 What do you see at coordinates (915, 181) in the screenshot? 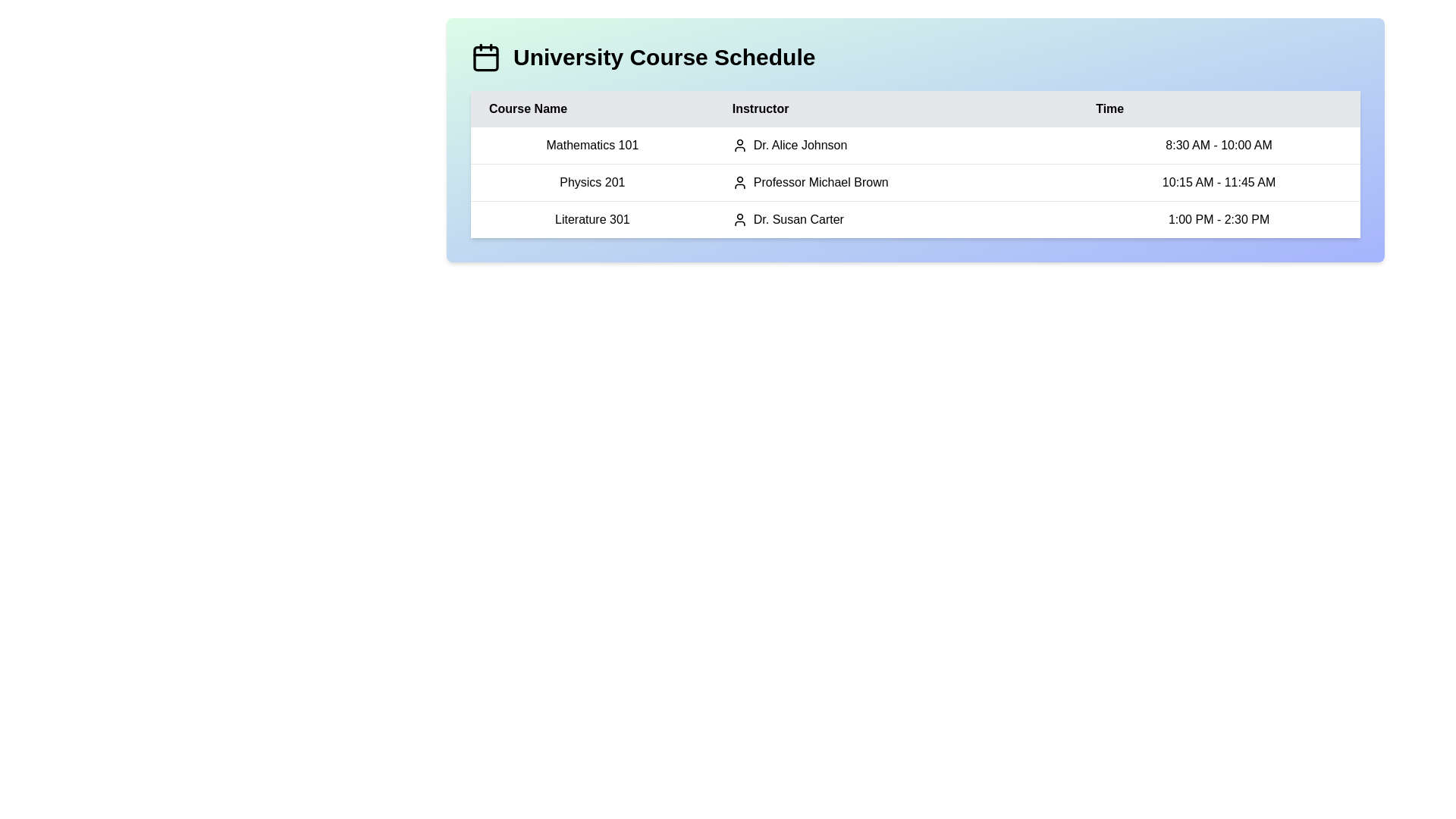
I see `contents of the second row in the 'University Course Schedule' table, which includes the course title, professor's name, and schedule` at bounding box center [915, 181].